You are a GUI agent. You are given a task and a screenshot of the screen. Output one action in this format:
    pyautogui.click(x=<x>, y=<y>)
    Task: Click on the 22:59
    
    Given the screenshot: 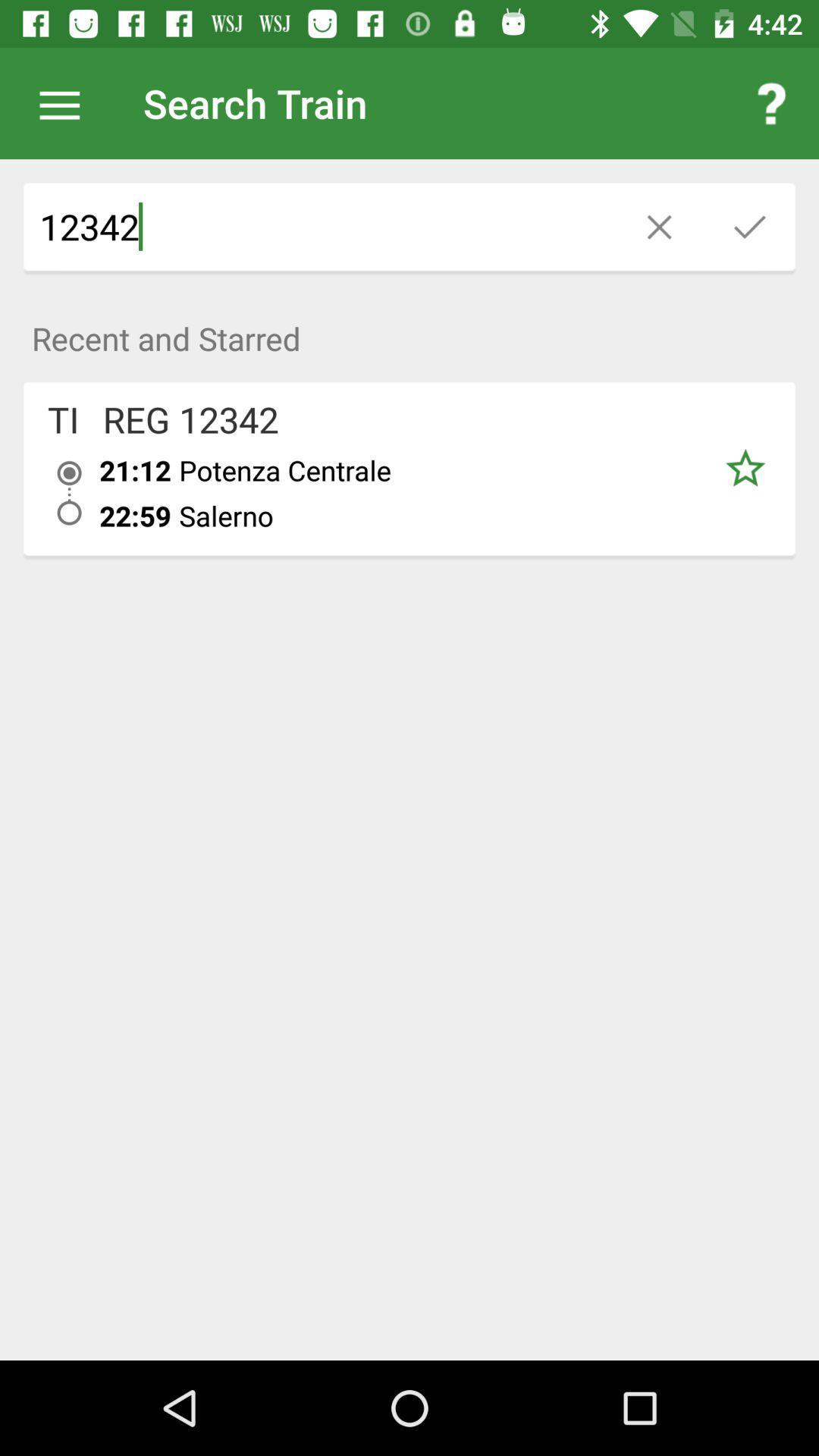 What is the action you would take?
    pyautogui.click(x=134, y=516)
    